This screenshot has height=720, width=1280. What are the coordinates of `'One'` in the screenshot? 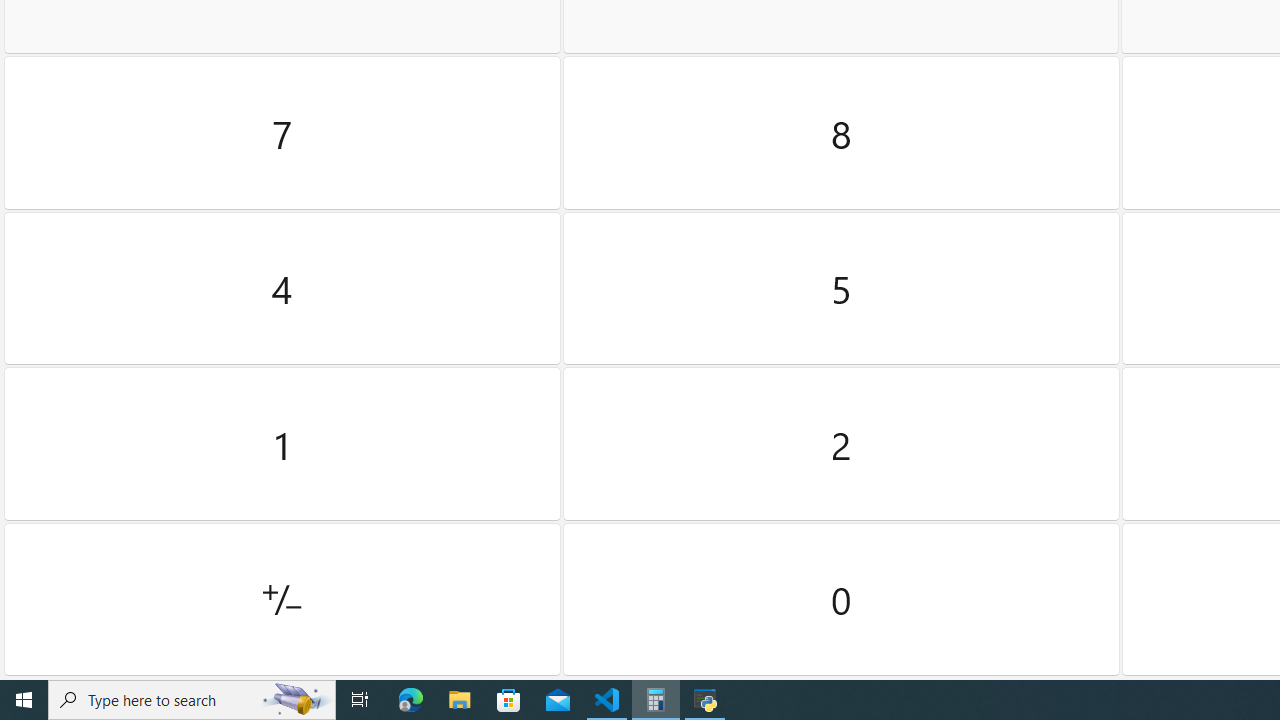 It's located at (281, 443).